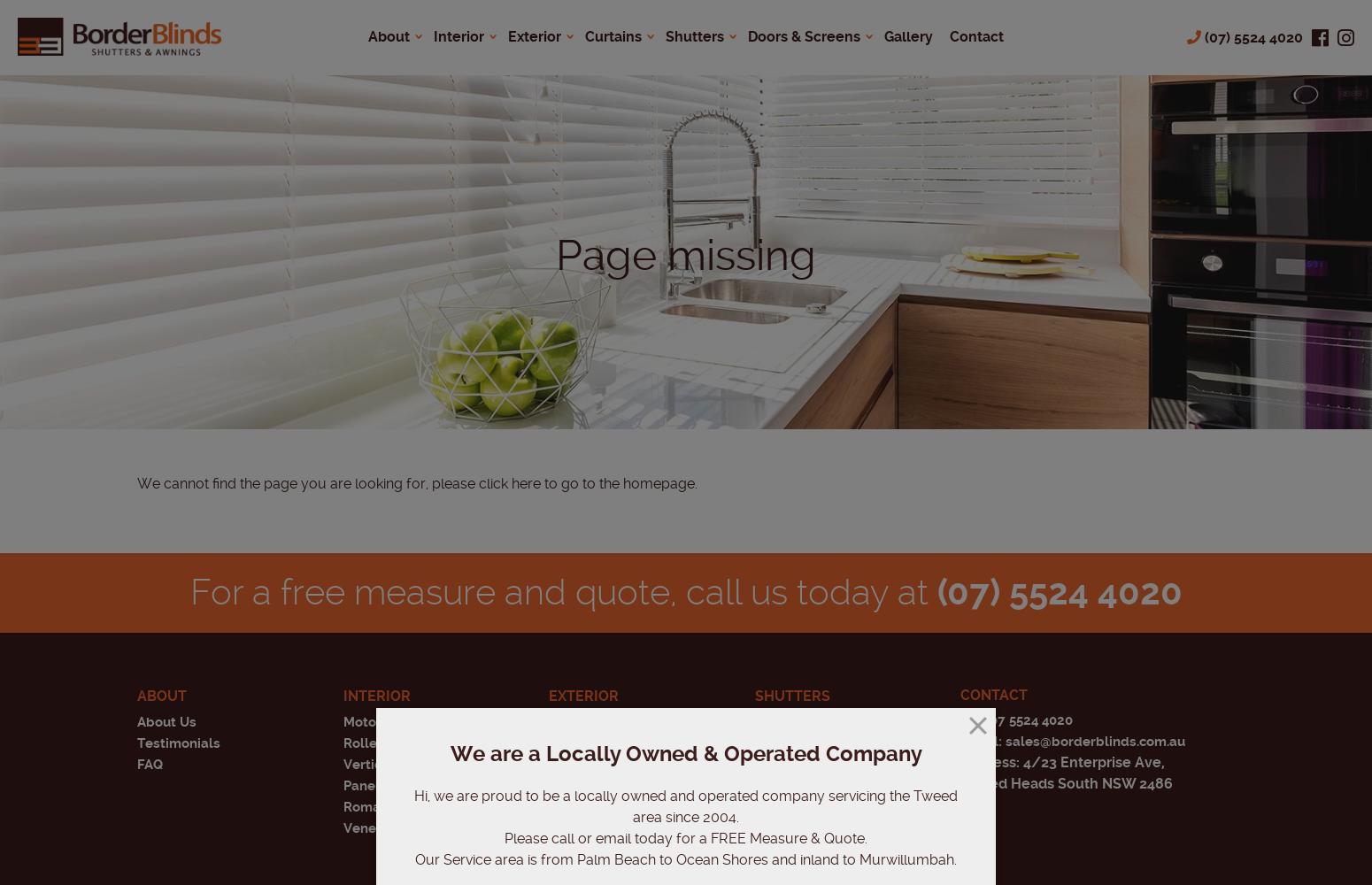  Describe the element at coordinates (1062, 761) in the screenshot. I see `'Address: 4/23 Enterprise Ave,'` at that location.